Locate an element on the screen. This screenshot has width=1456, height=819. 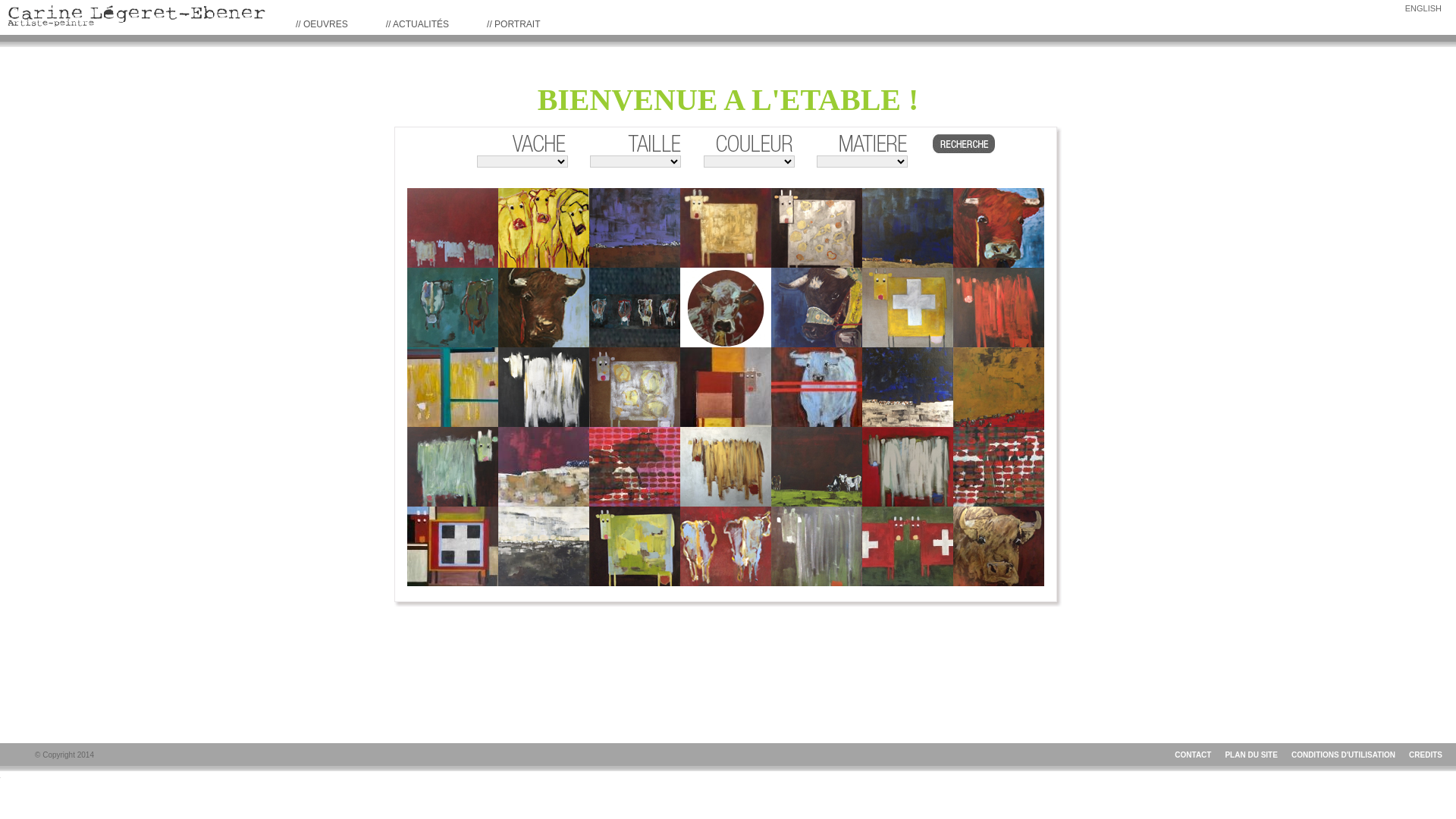
'// PORTRAIT' is located at coordinates (513, 24).